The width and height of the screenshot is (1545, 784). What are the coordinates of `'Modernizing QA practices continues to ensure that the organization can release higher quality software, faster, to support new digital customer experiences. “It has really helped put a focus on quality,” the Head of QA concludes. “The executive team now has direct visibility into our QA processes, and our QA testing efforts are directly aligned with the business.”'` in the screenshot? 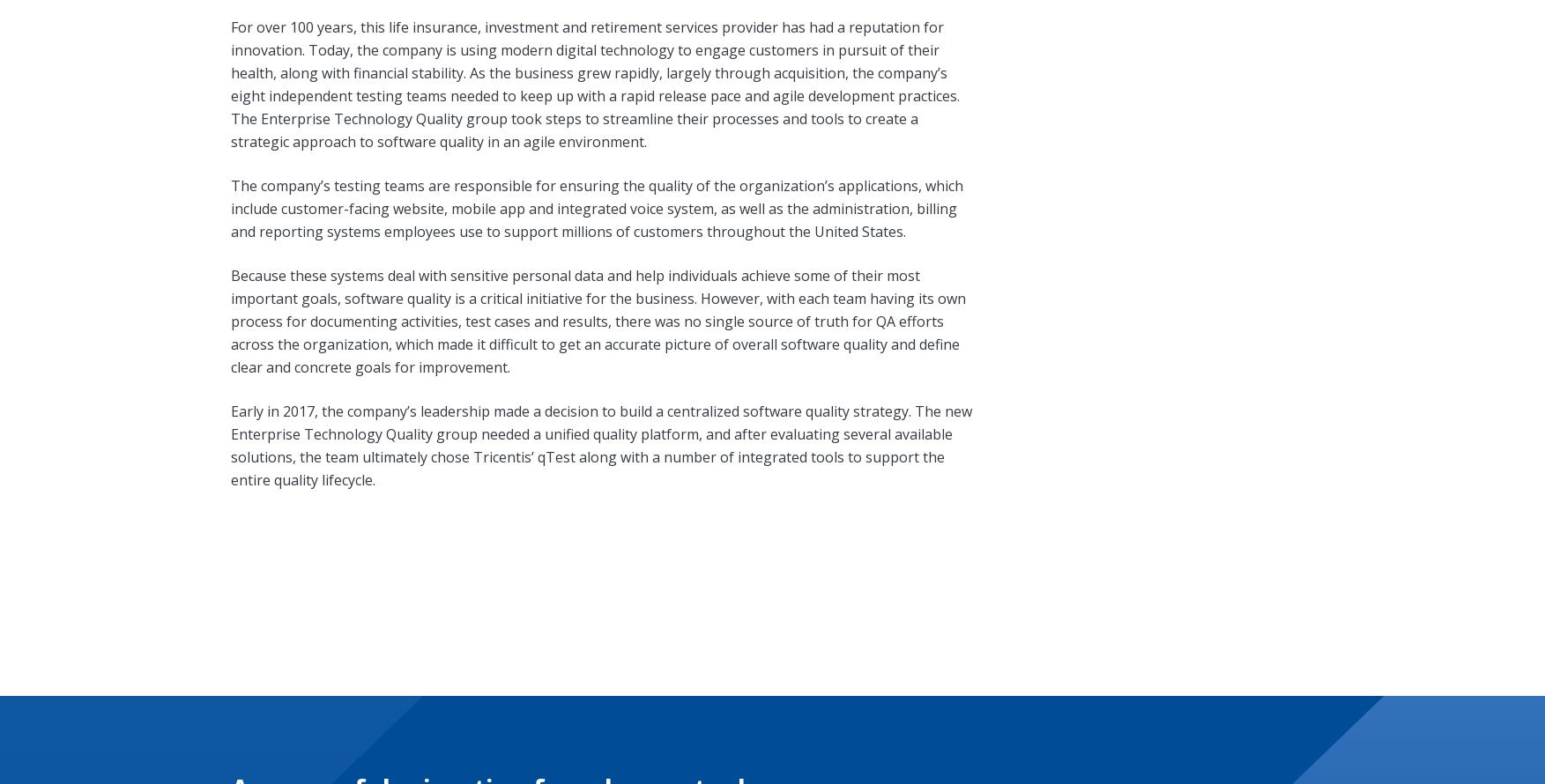 It's located at (598, 345).